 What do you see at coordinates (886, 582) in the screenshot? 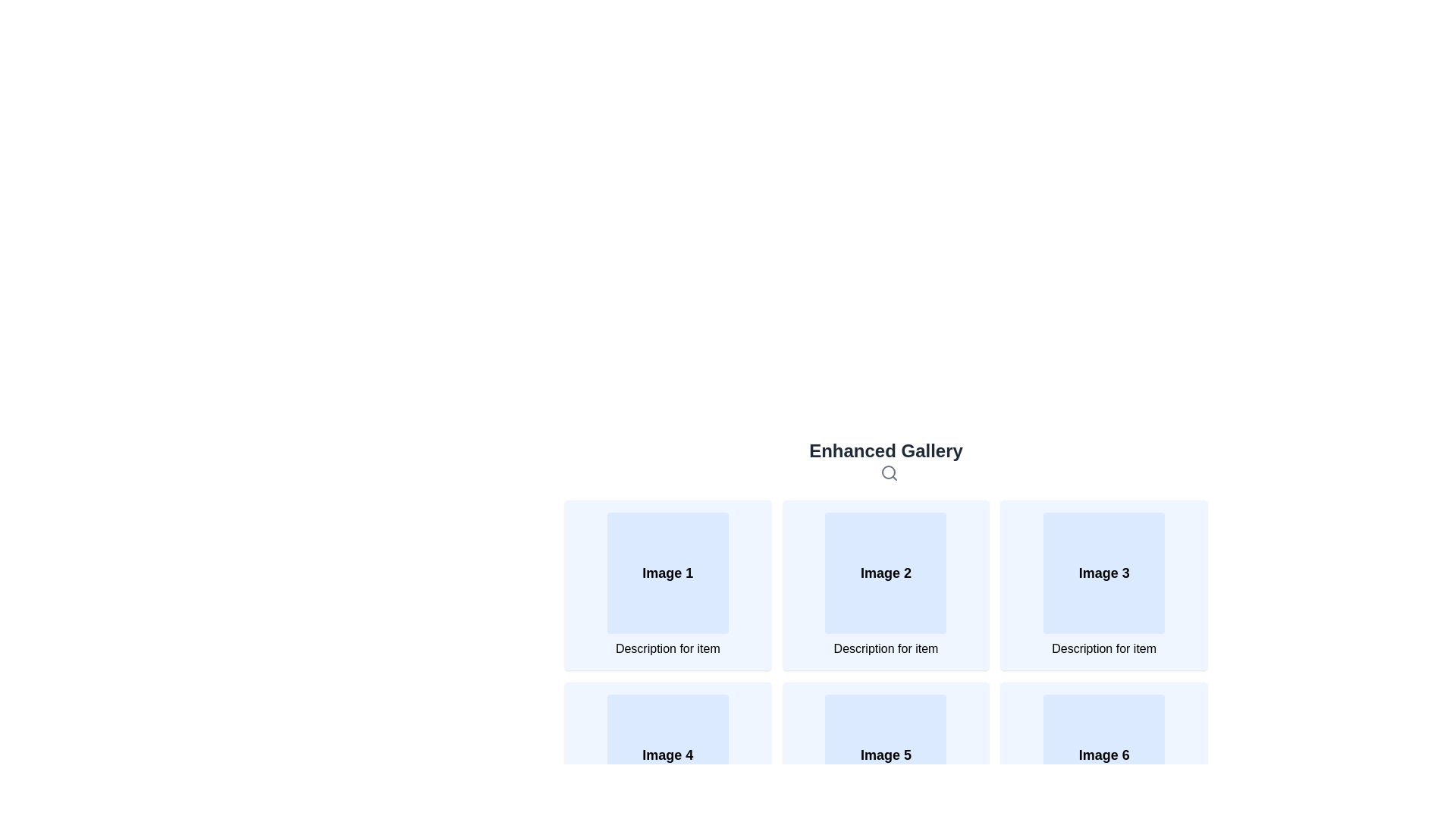
I see `the interactive card labeled 'Image 2', which is the second item in the first row of a three-row grid layout within the gallery display` at bounding box center [886, 582].